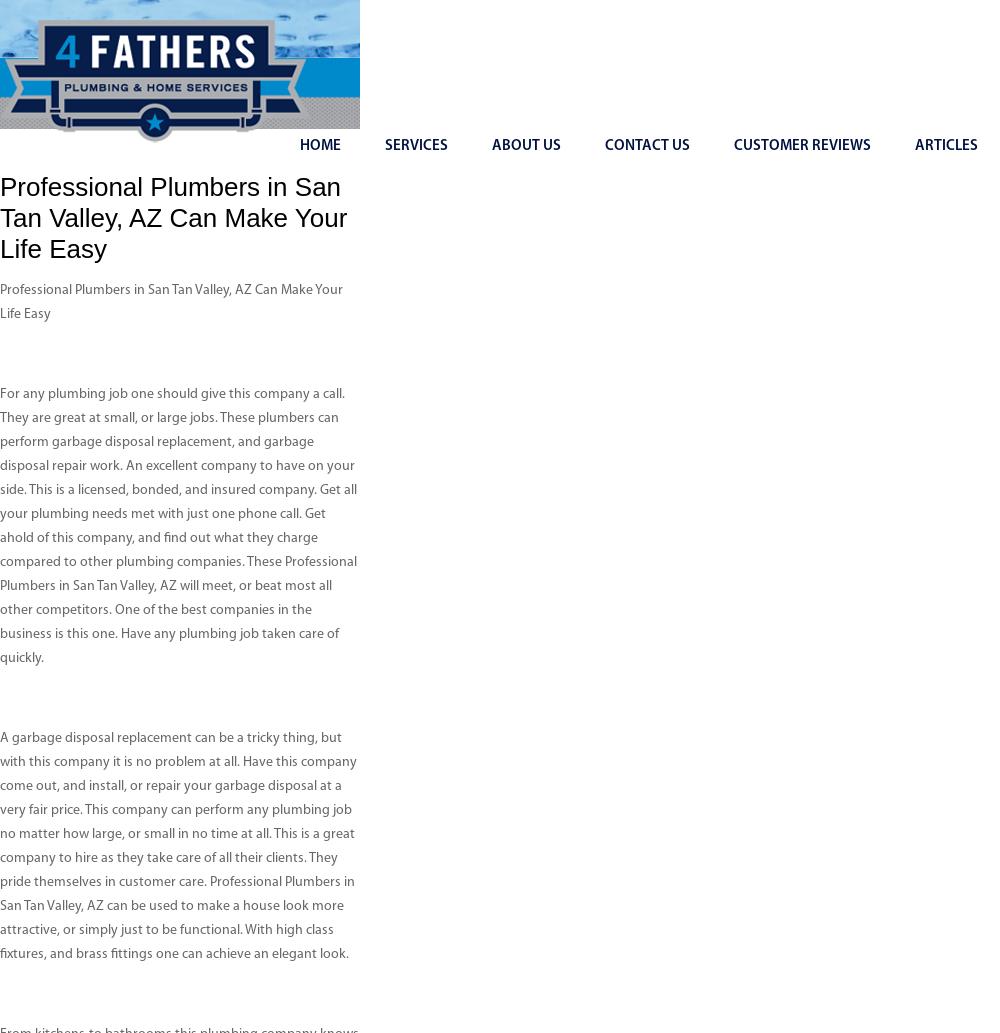 The height and width of the screenshot is (1033, 1000). I want to click on 'For any plumbing job one should give this company a call. They are great at small, or large jobs. These plumbers can perform garbage disposal replacement, and garbage disposal repair work. An excellent company to have on your side. This is a licensed, bonded, and insured company. Get all your plumbing needs met with just one phone call. Get ahold of this company, and find out what they charge compared to other plumbing companies. These Professional Plumbers in San Tan Valley, AZ will meet, or beat most all other competitors. One of the best companies in the business is this one. Have any plumbing job taken care of quickly.', so click(178, 525).